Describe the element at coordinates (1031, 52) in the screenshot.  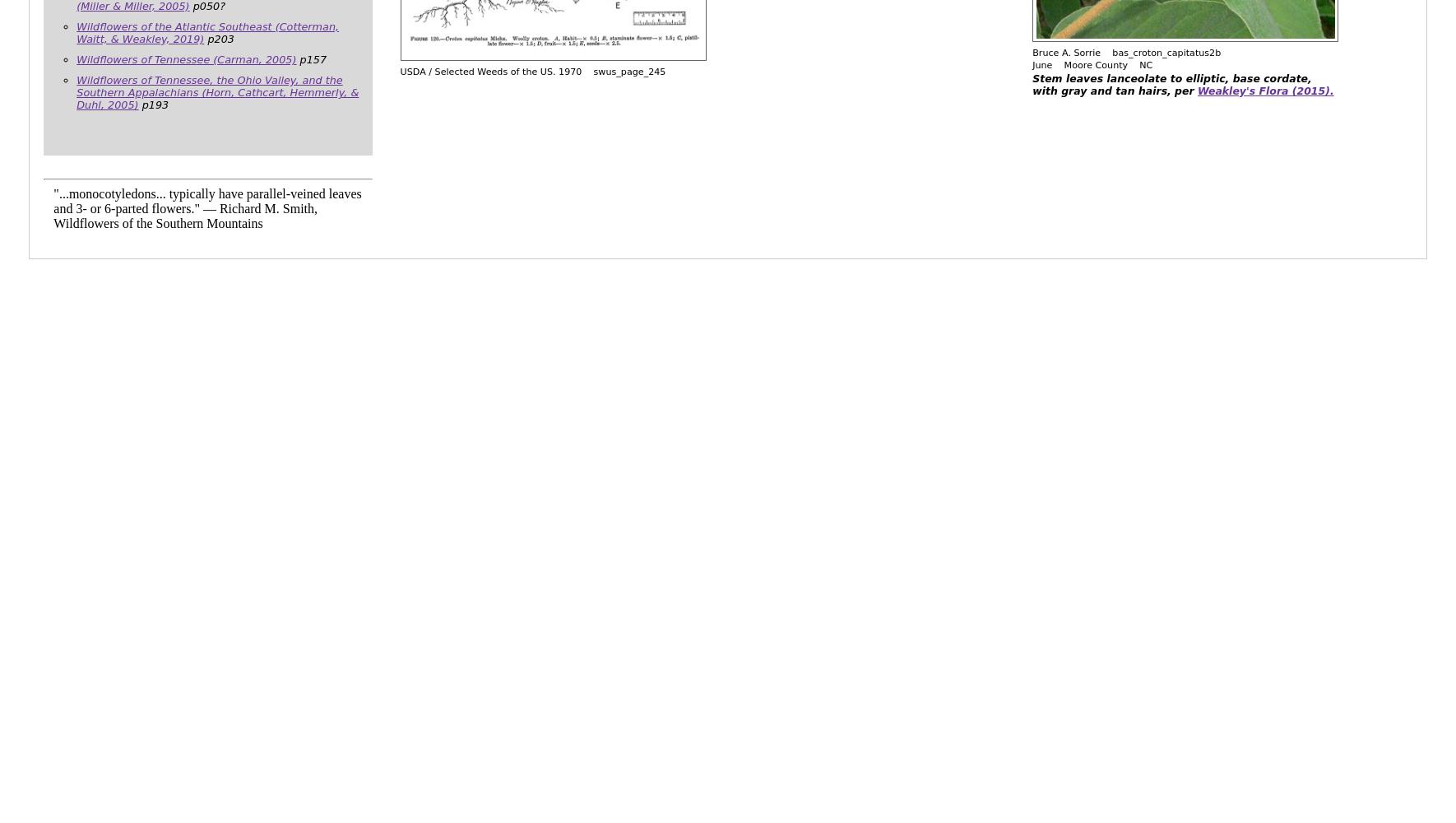
I see `'Bruce A. Sorrie    bas_croton_capitatus2b'` at that location.